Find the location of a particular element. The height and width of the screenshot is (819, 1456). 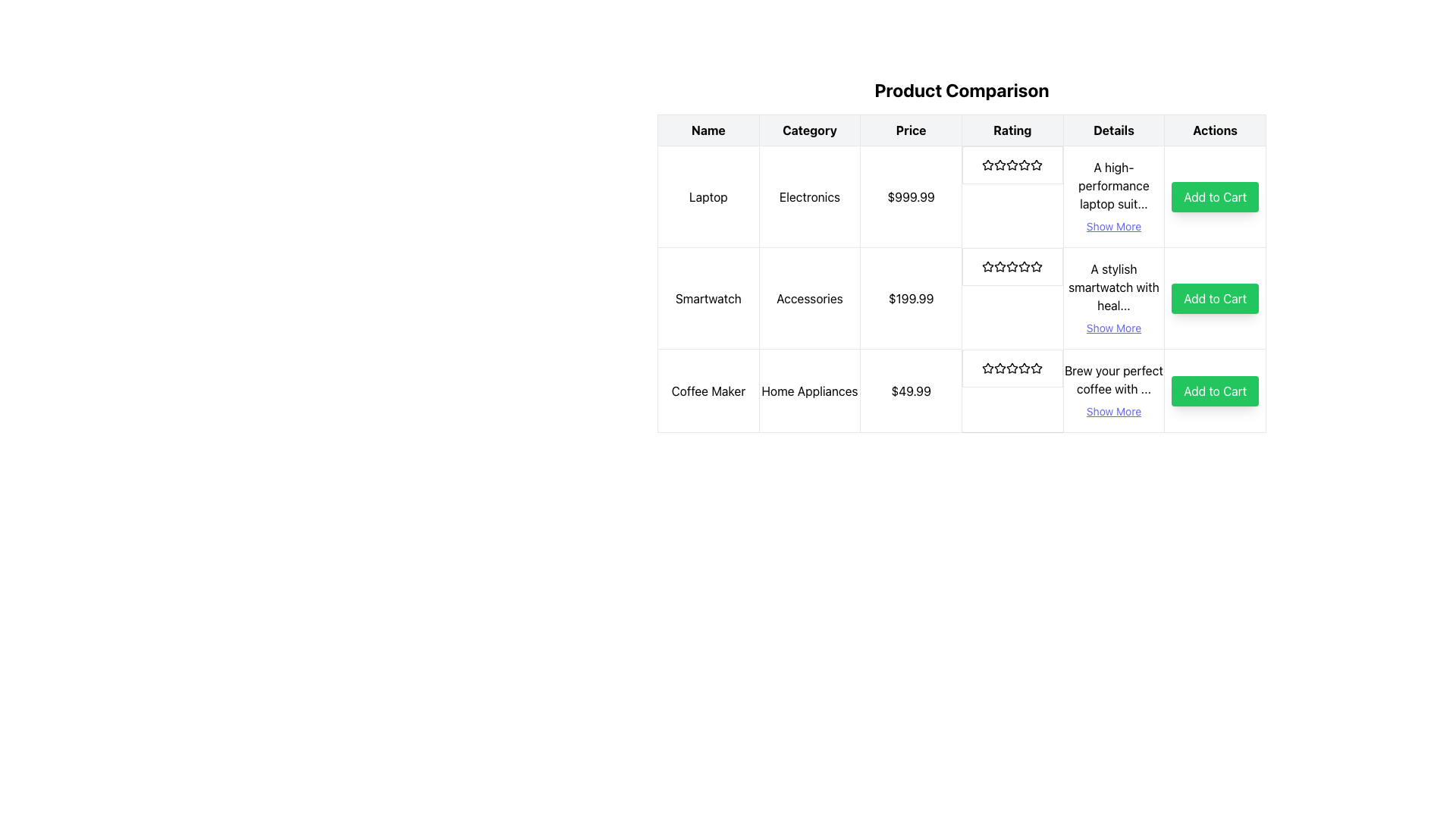

the first star-shaped icon in the 5-star rating system for the smartwatch row in the product comparison table is located at coordinates (988, 265).